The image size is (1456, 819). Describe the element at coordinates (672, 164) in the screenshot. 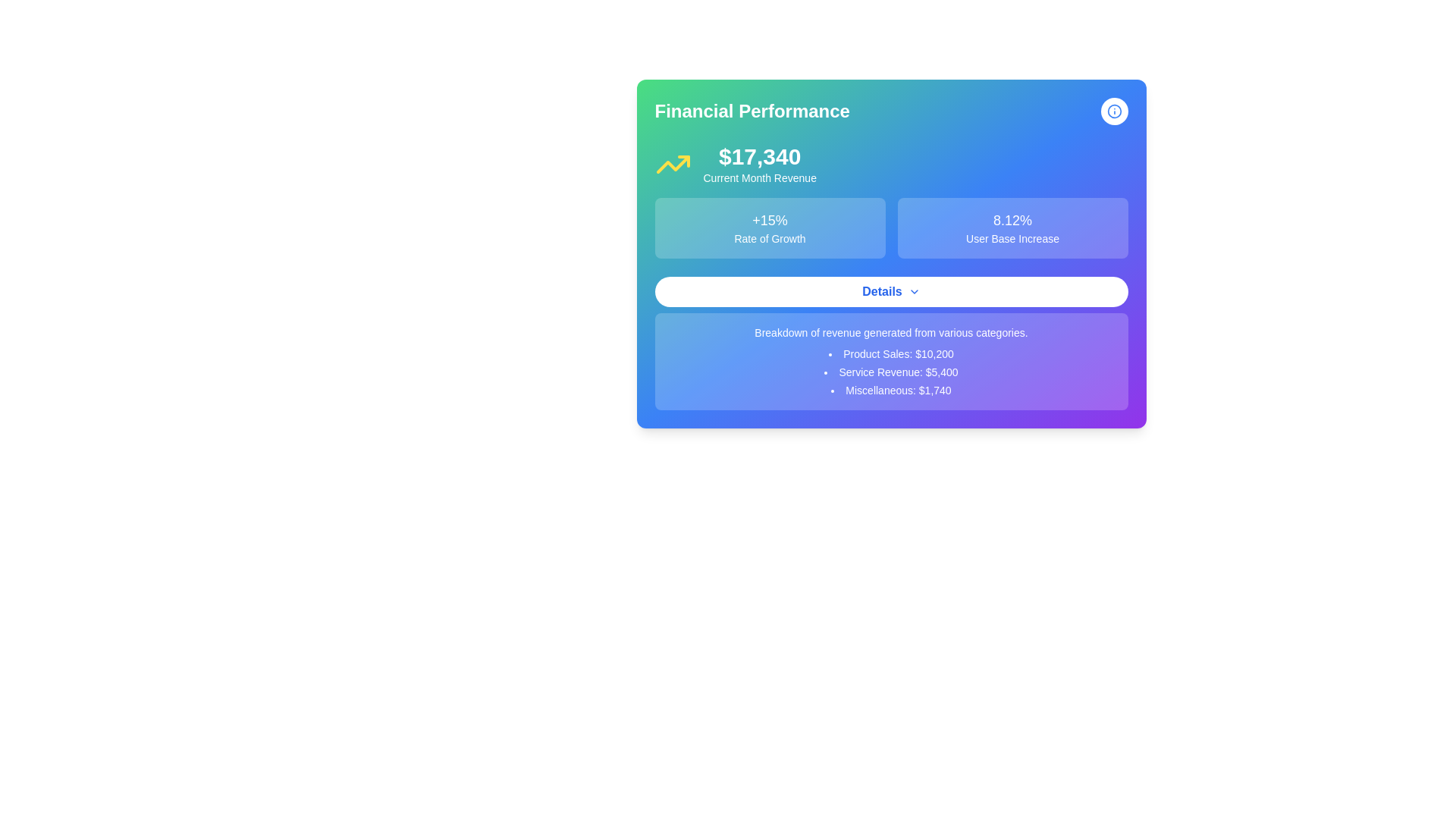

I see `the decorative icon symbolizing financial growth, located adjacent to the '$17,340 Current Month Revenue' text` at that location.